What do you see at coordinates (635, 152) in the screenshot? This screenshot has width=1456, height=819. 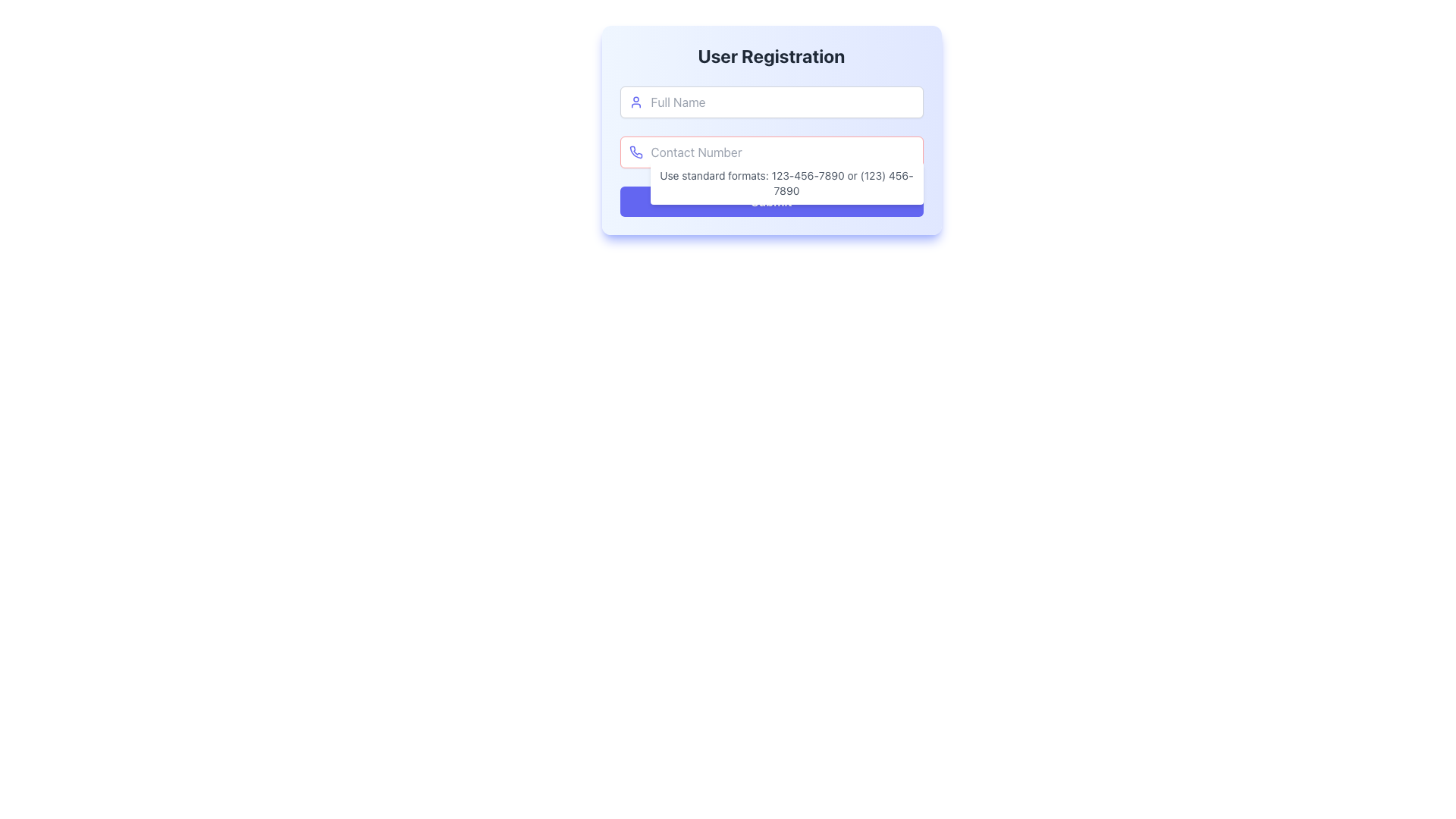 I see `the contact number field icon located near the top-left inside the input field` at bounding box center [635, 152].